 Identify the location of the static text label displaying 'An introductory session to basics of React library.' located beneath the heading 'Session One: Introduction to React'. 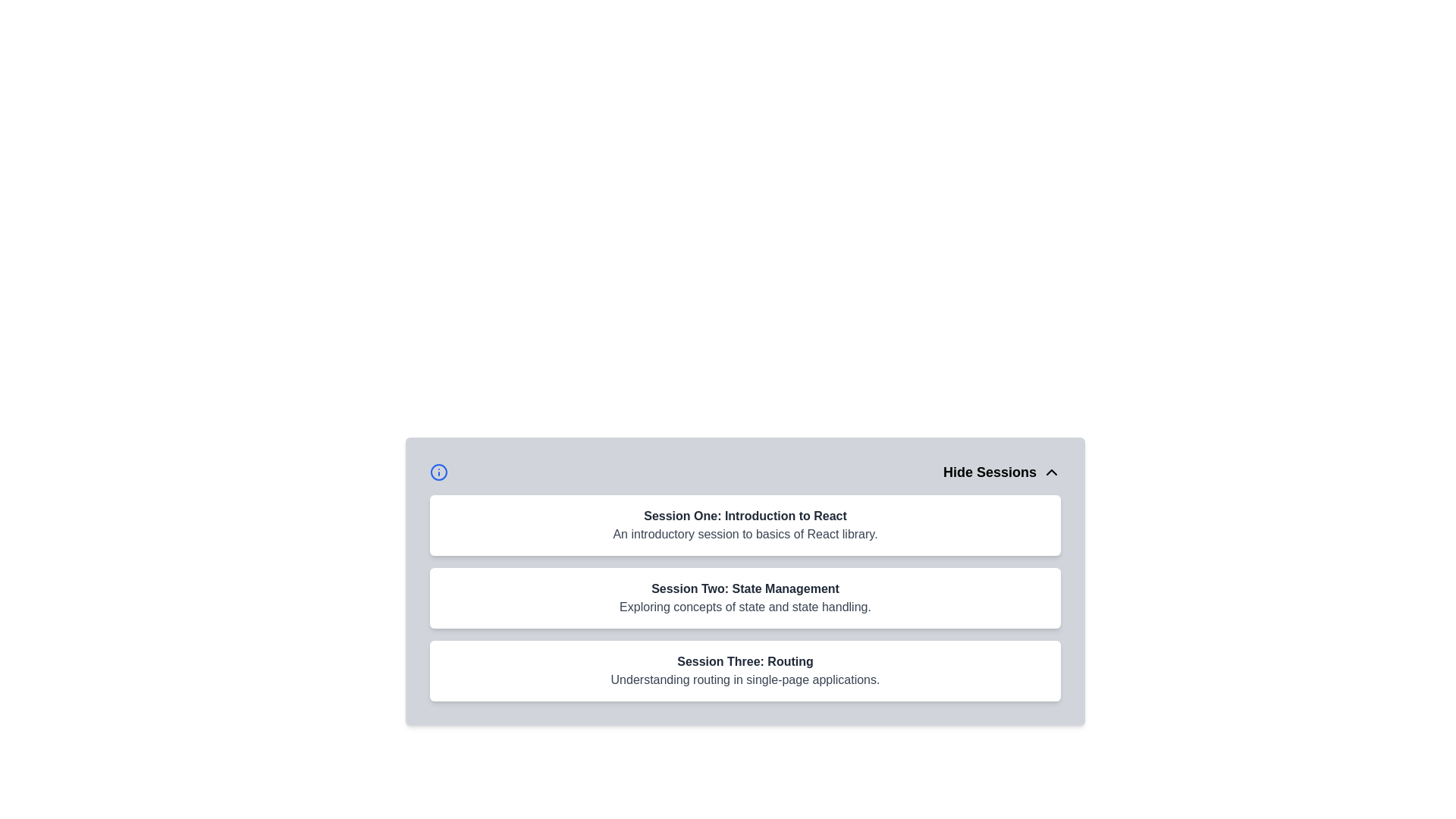
(745, 534).